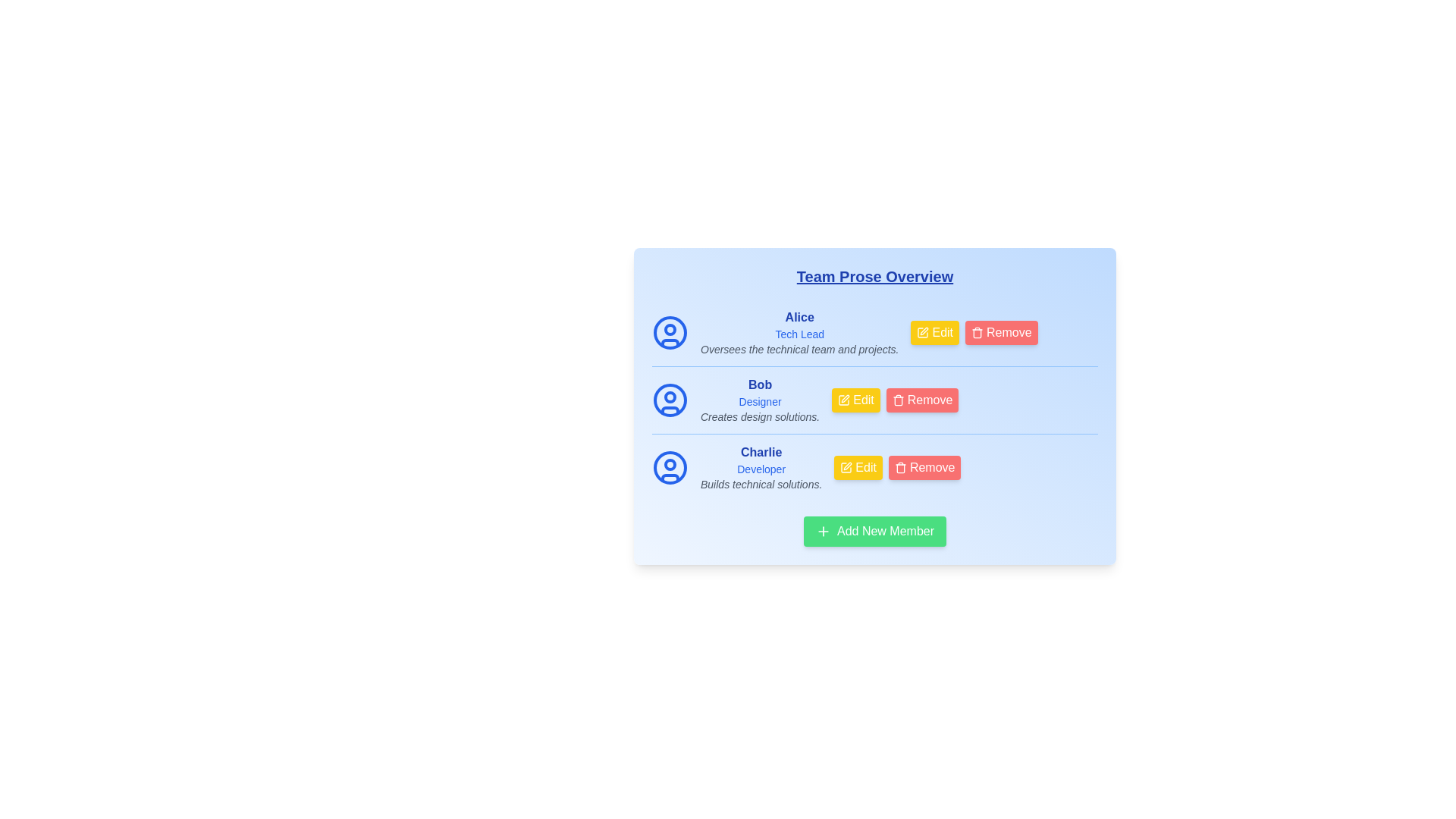 This screenshot has height=819, width=1456. Describe the element at coordinates (898, 400) in the screenshot. I see `the trash bin icon within the 'Remove' button located to the right of the list item for the team member 'Bob'` at that location.